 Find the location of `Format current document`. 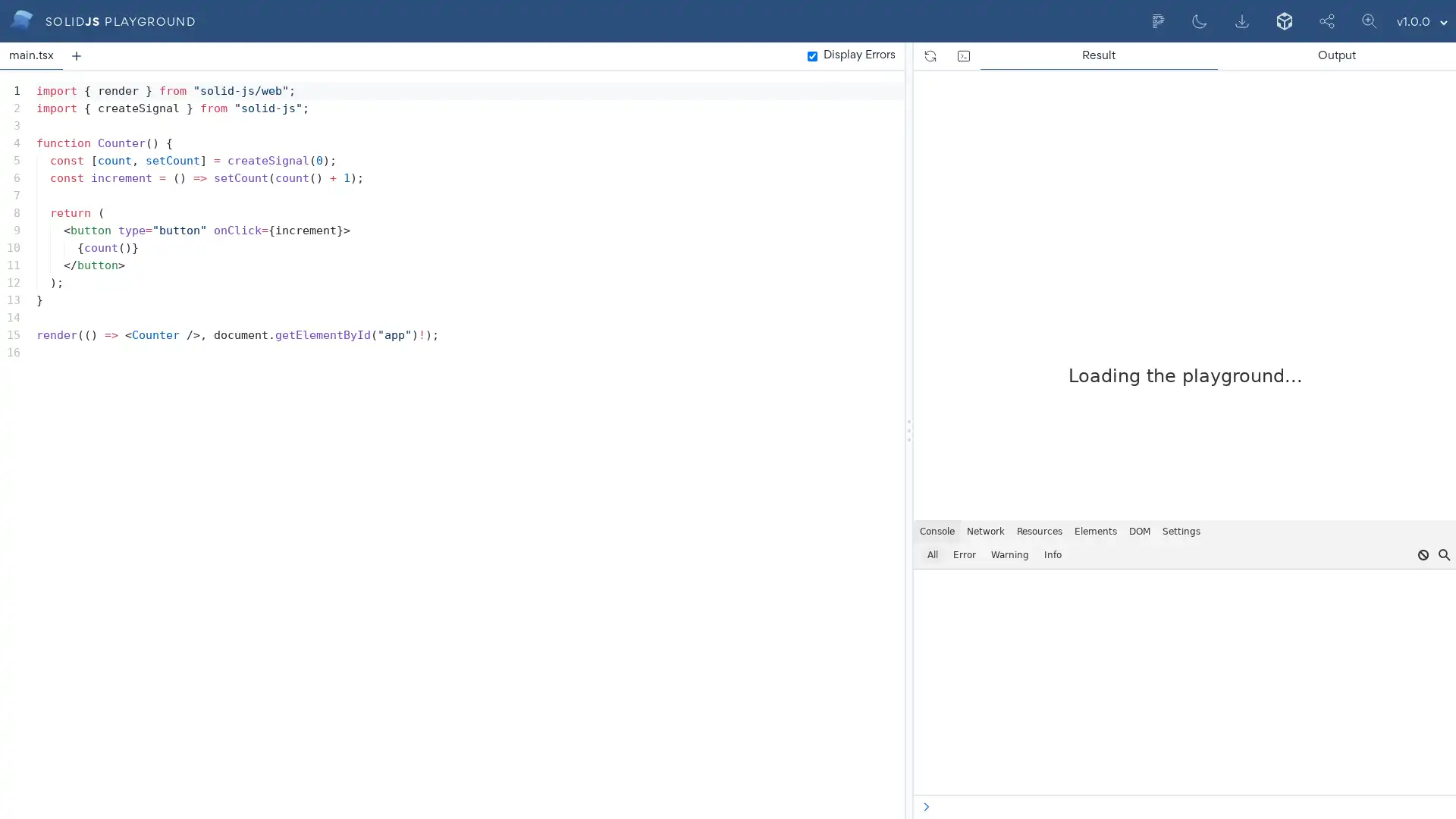

Format current document is located at coordinates (1157, 20).